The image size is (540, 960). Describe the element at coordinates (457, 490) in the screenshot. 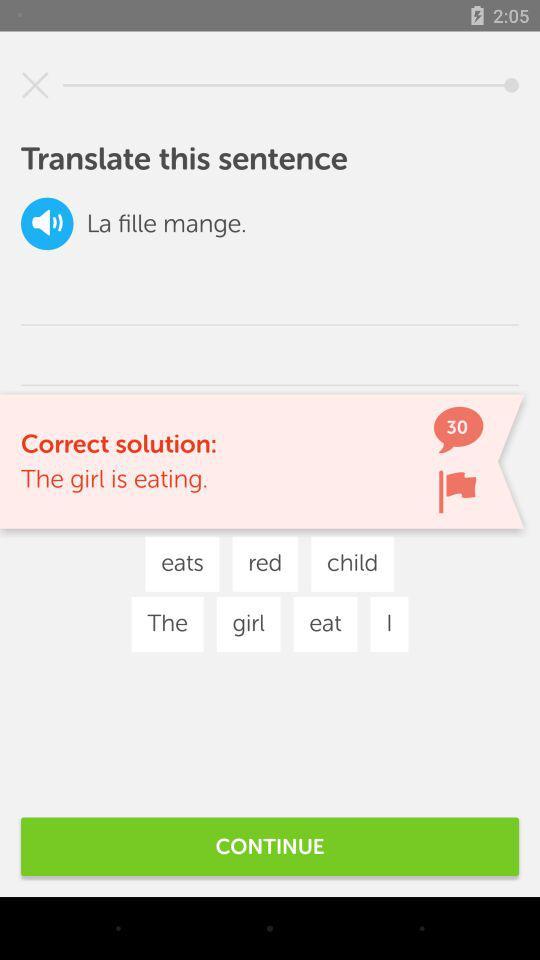

I see `flag button` at that location.